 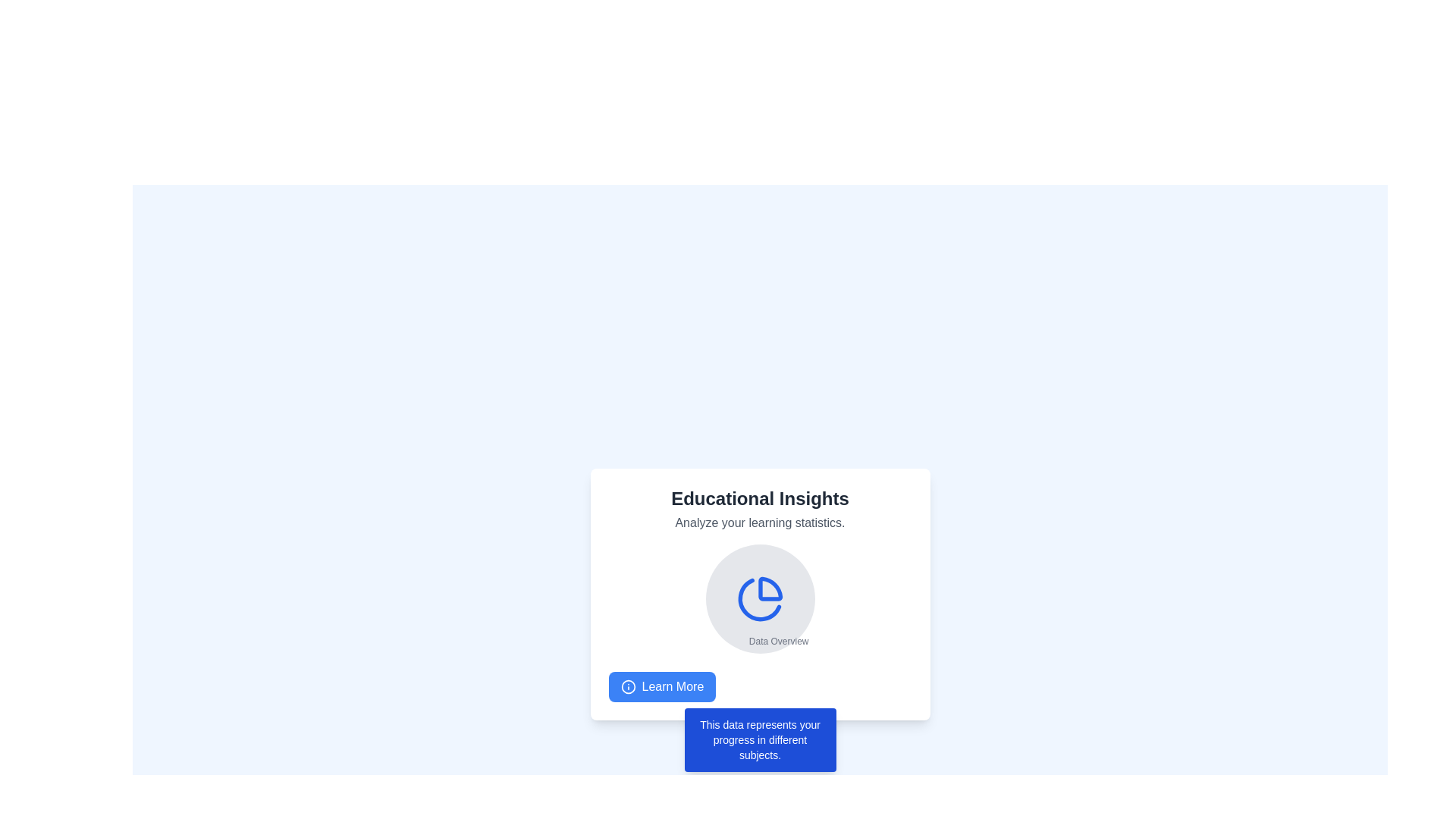 What do you see at coordinates (760, 598) in the screenshot?
I see `the Icon with Label representing data analysis` at bounding box center [760, 598].